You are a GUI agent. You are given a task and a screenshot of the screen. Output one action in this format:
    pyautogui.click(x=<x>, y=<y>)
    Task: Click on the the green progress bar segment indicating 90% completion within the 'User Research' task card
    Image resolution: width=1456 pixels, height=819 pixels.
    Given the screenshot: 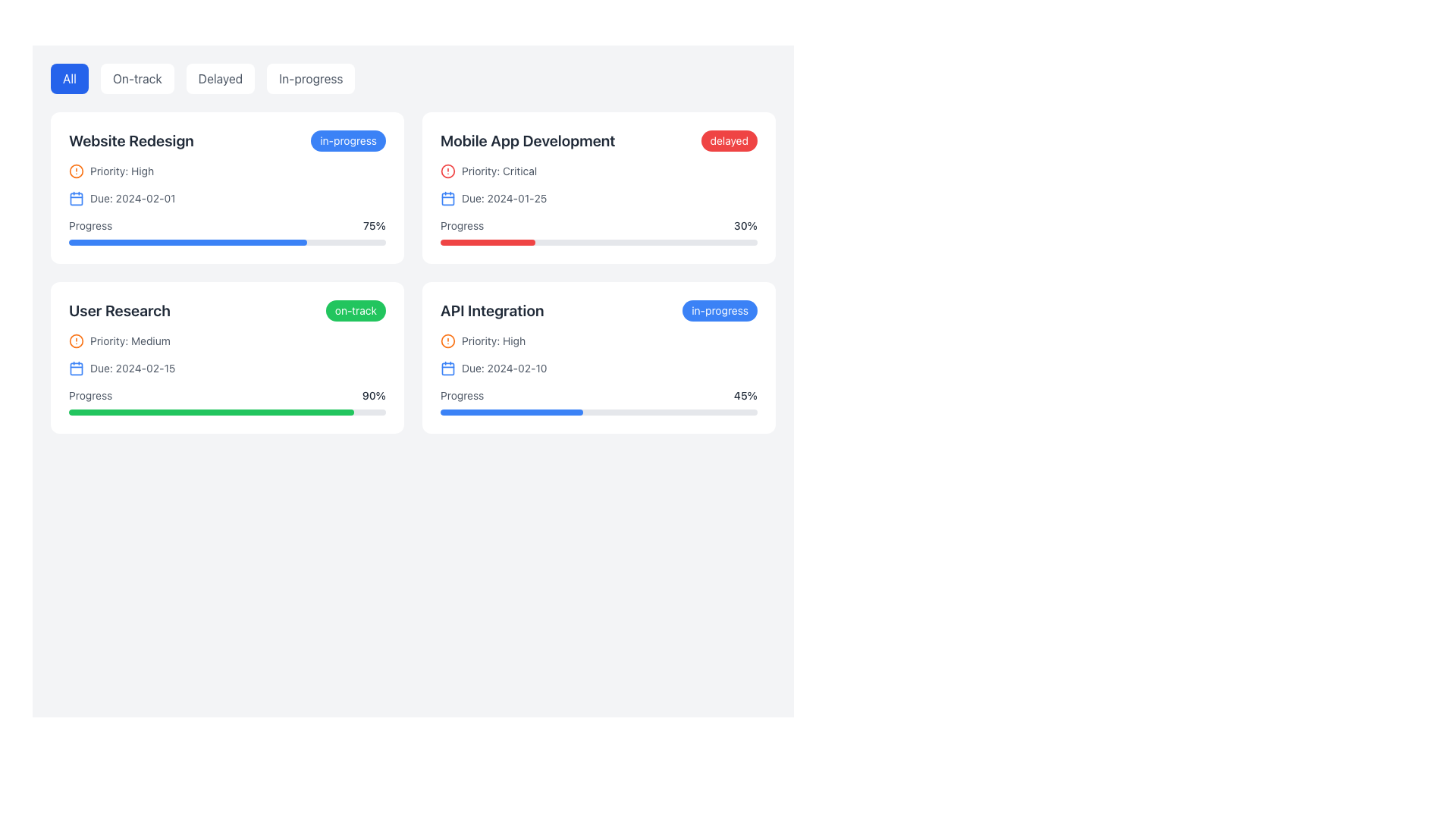 What is the action you would take?
    pyautogui.click(x=211, y=412)
    